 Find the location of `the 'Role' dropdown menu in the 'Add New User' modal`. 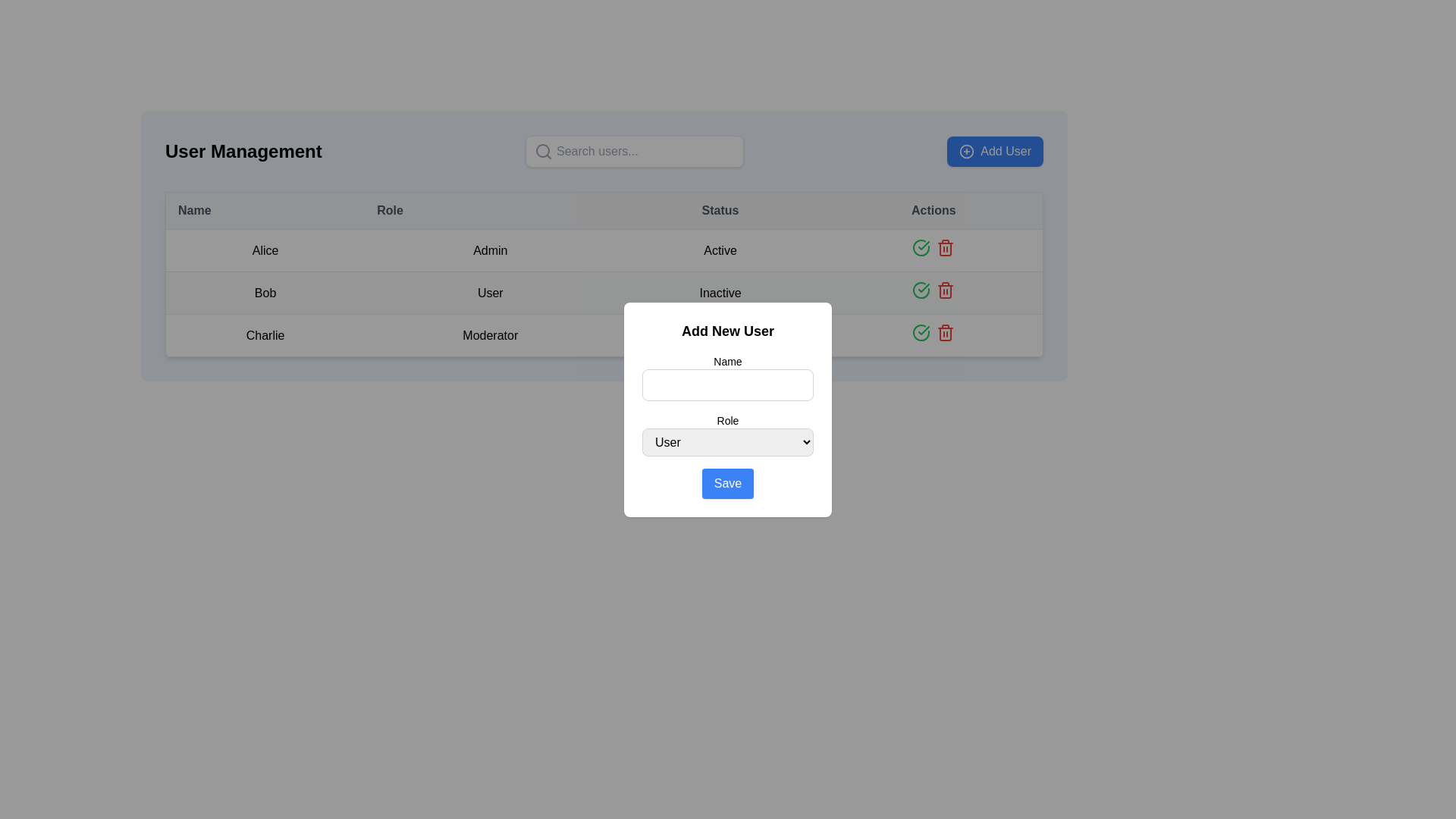

the 'Role' dropdown menu in the 'Add New User' modal is located at coordinates (728, 435).